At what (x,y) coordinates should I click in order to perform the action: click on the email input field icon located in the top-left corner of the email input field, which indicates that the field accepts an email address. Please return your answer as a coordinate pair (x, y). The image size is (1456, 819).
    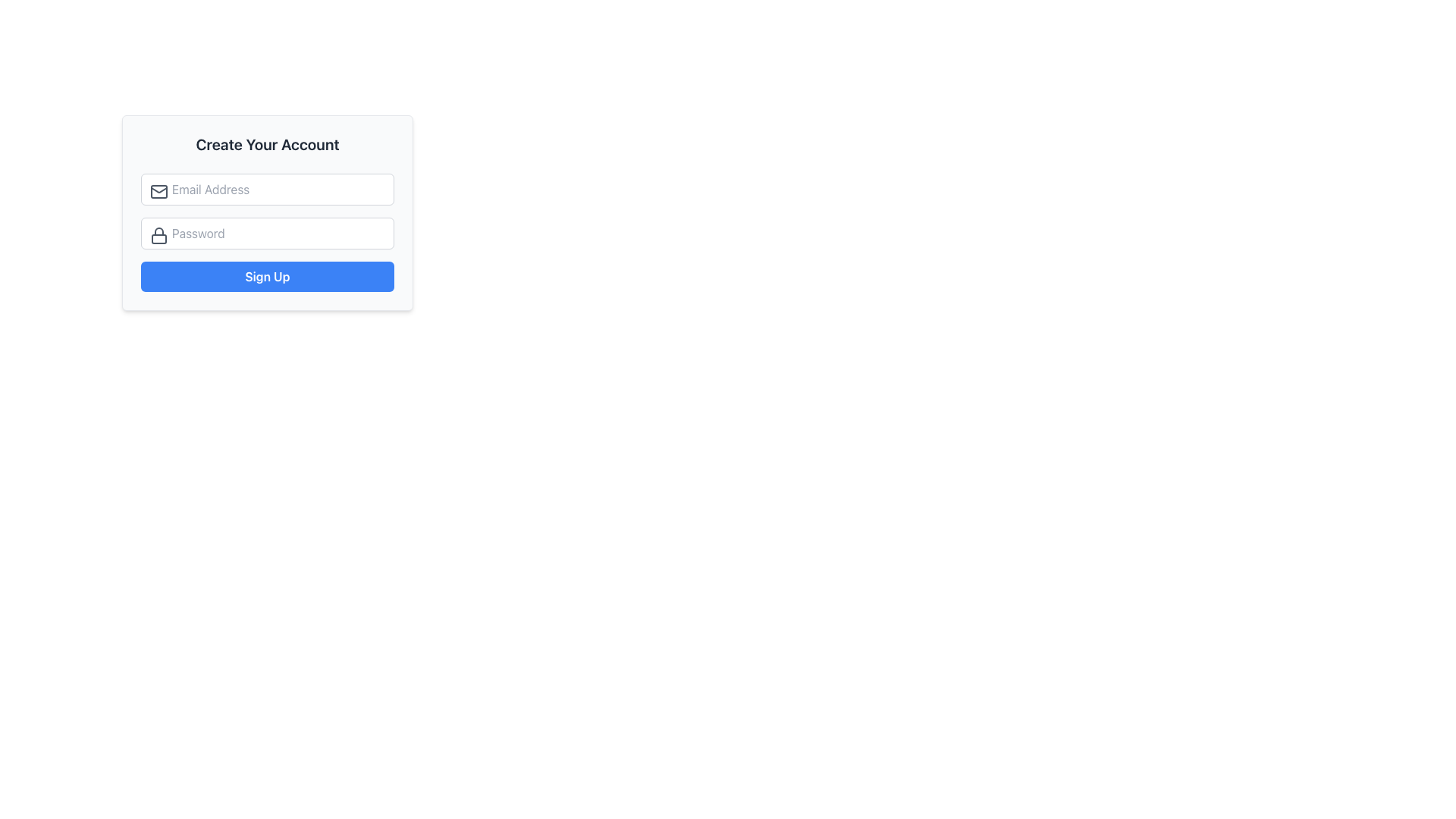
    Looking at the image, I should click on (159, 191).